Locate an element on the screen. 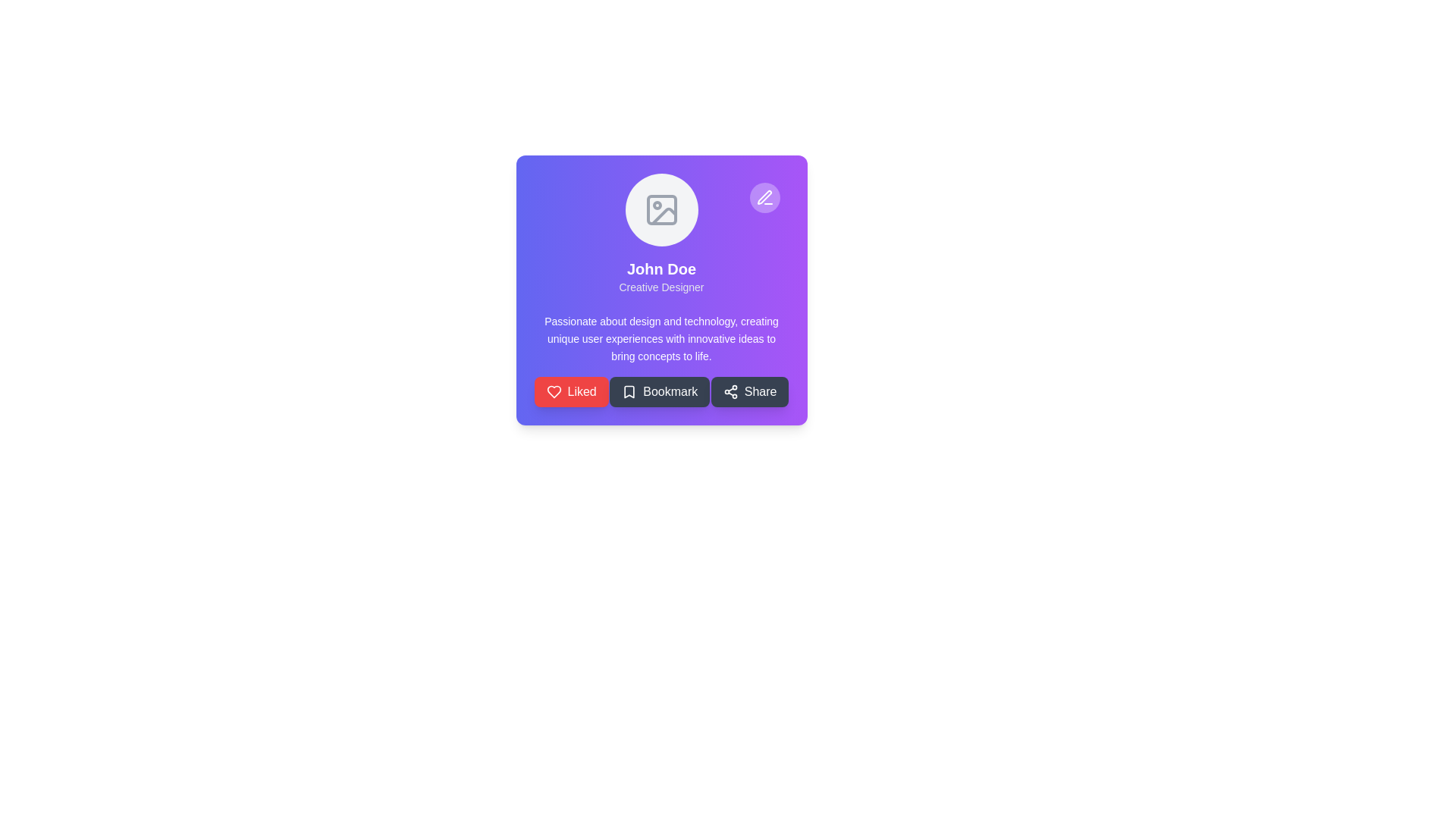  the bookmark button located in the toolbar at the bottom of the card, which is the second button in a horizontal row between the 'Liked' and 'Share' buttons is located at coordinates (660, 391).